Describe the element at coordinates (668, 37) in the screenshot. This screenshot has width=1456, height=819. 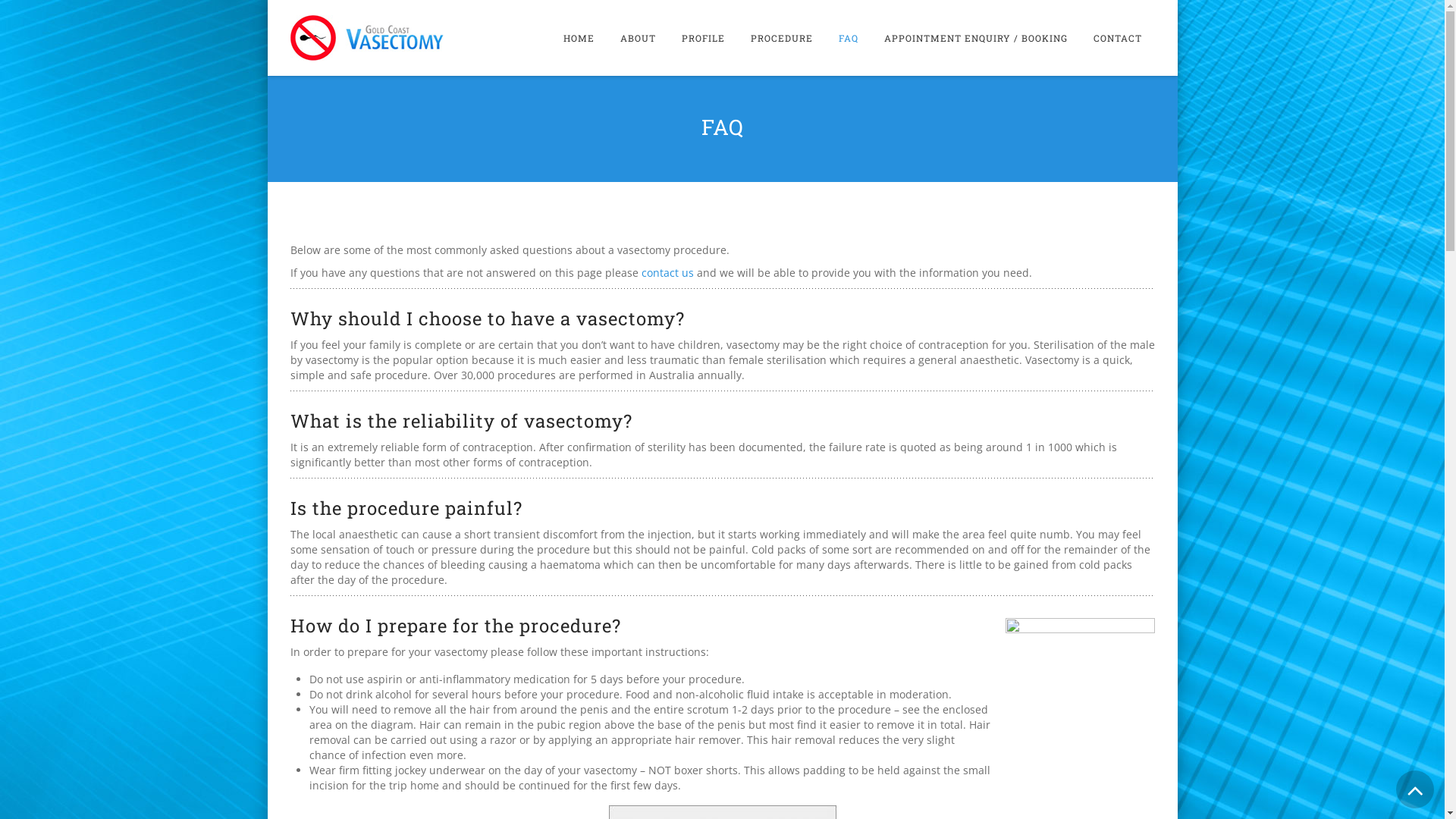
I see `'PROFILE'` at that location.